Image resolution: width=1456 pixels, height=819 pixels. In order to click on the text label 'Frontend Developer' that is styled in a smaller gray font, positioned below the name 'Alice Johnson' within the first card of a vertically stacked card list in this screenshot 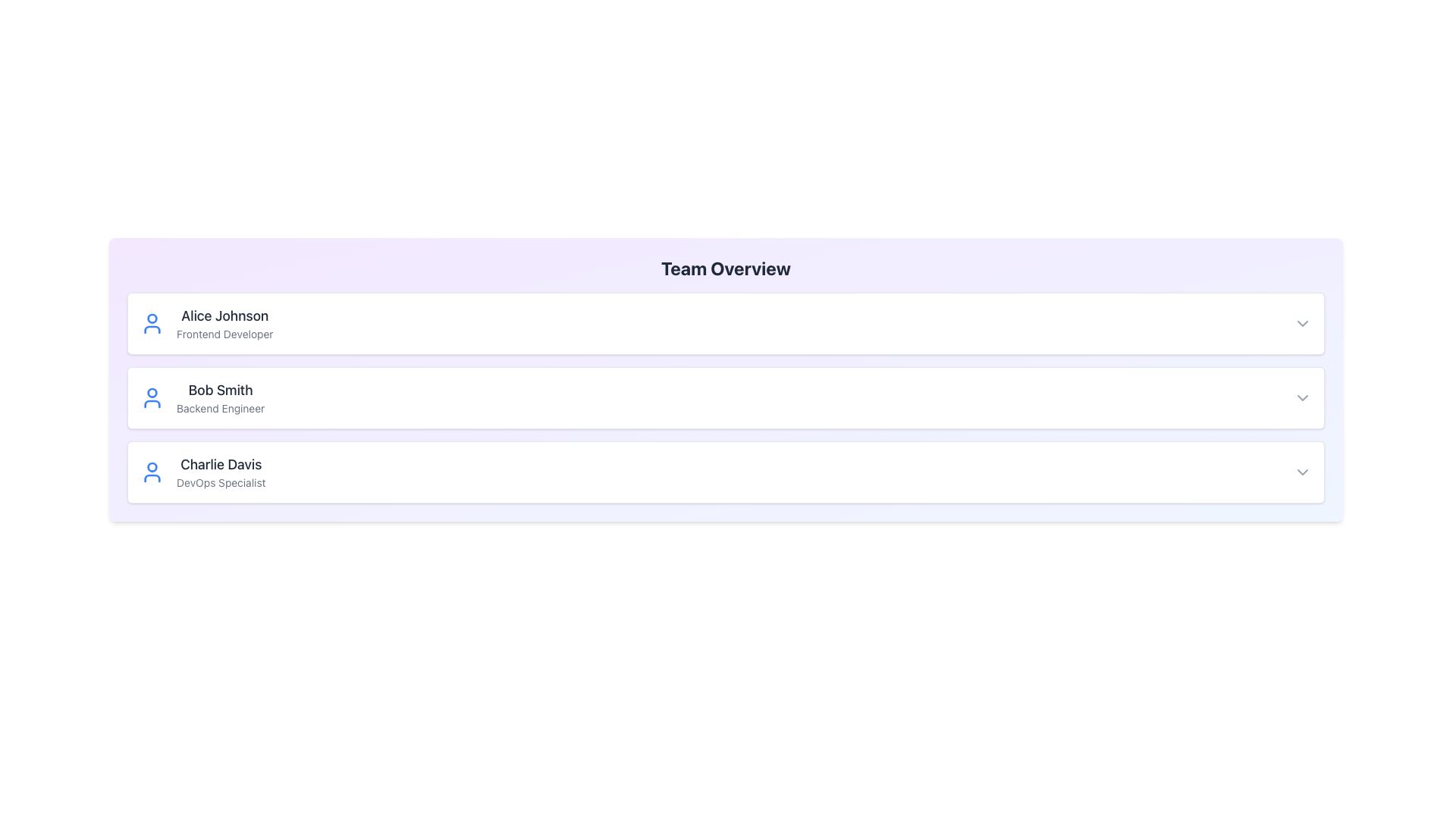, I will do `click(224, 333)`.